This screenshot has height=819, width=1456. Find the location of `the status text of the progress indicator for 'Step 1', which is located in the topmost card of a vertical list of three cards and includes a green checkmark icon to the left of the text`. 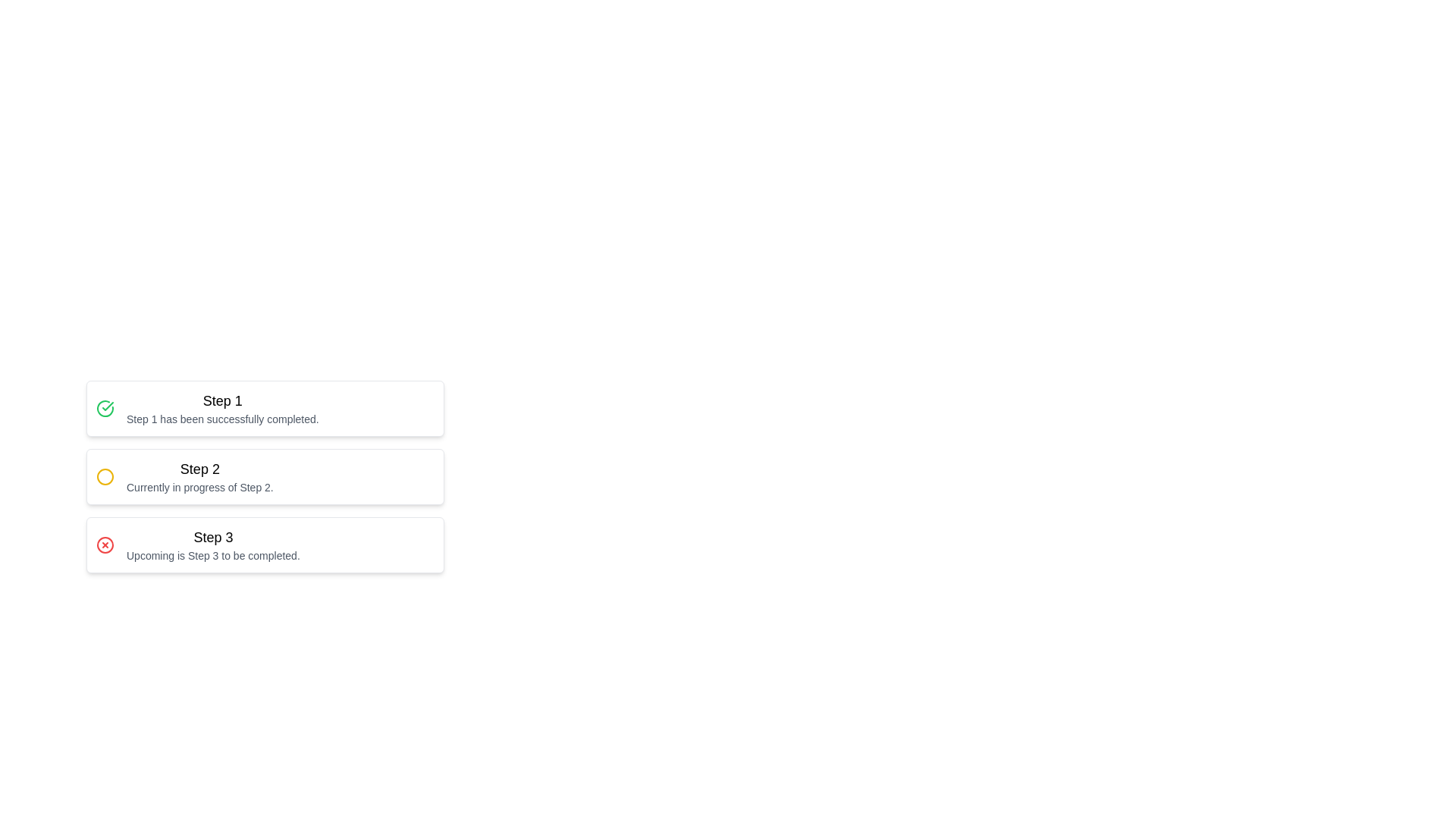

the status text of the progress indicator for 'Step 1', which is located in the topmost card of a vertical list of three cards and includes a green checkmark icon to the left of the text is located at coordinates (221, 408).